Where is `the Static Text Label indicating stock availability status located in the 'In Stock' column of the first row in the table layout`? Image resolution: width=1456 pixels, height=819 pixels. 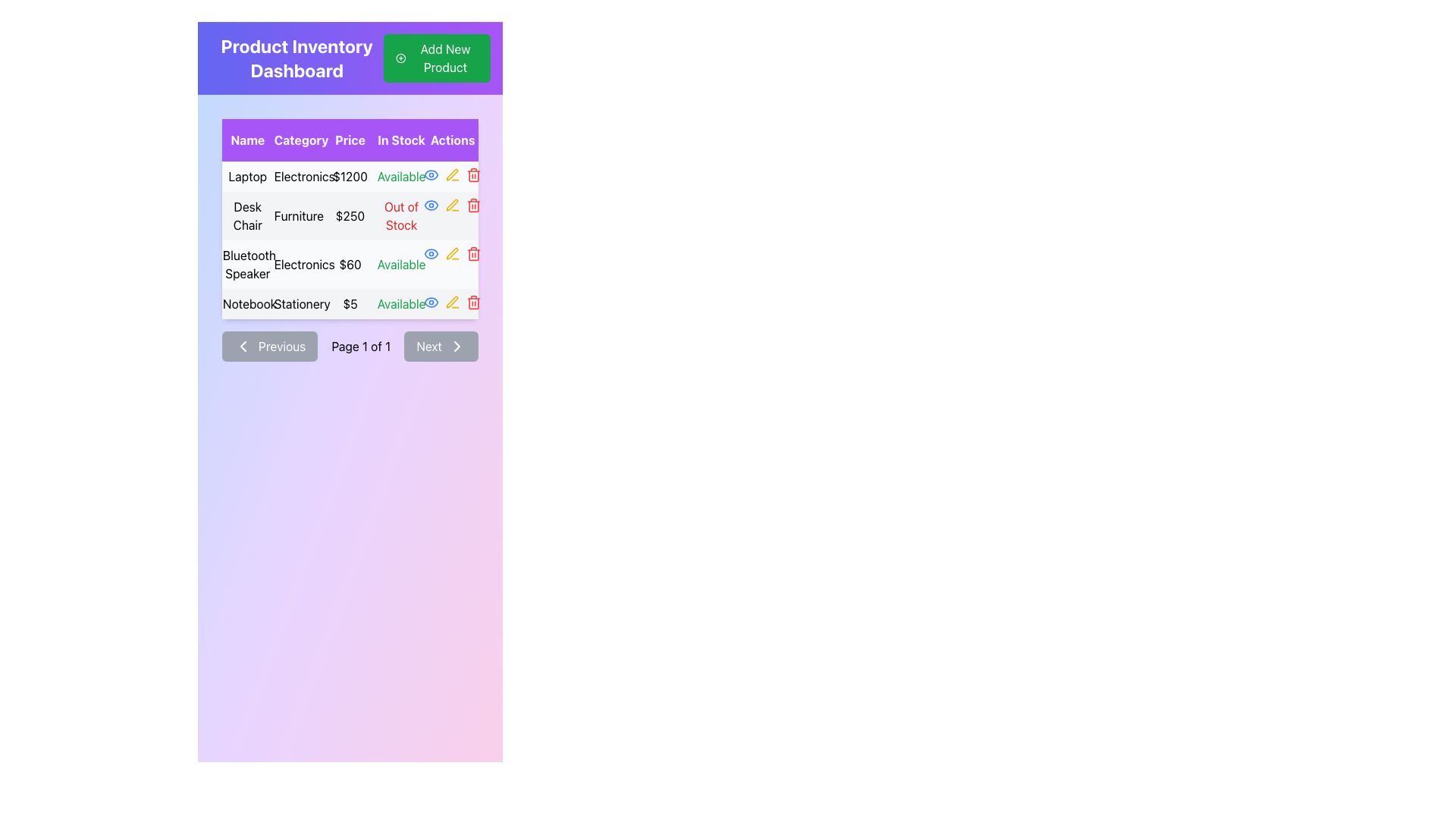 the Static Text Label indicating stock availability status located in the 'In Stock' column of the first row in the table layout is located at coordinates (401, 175).